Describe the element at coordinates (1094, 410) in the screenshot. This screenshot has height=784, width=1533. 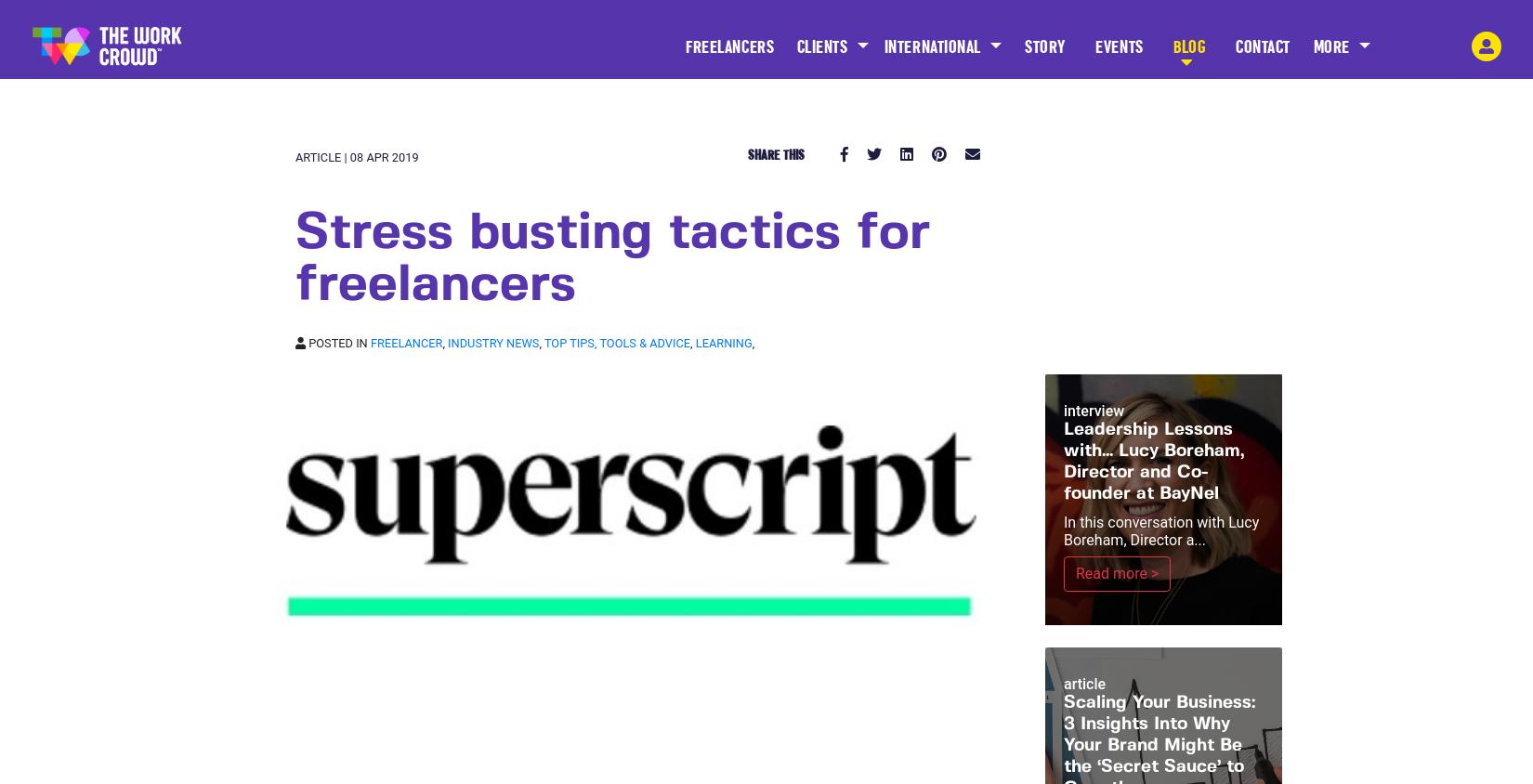
I see `'interview'` at that location.